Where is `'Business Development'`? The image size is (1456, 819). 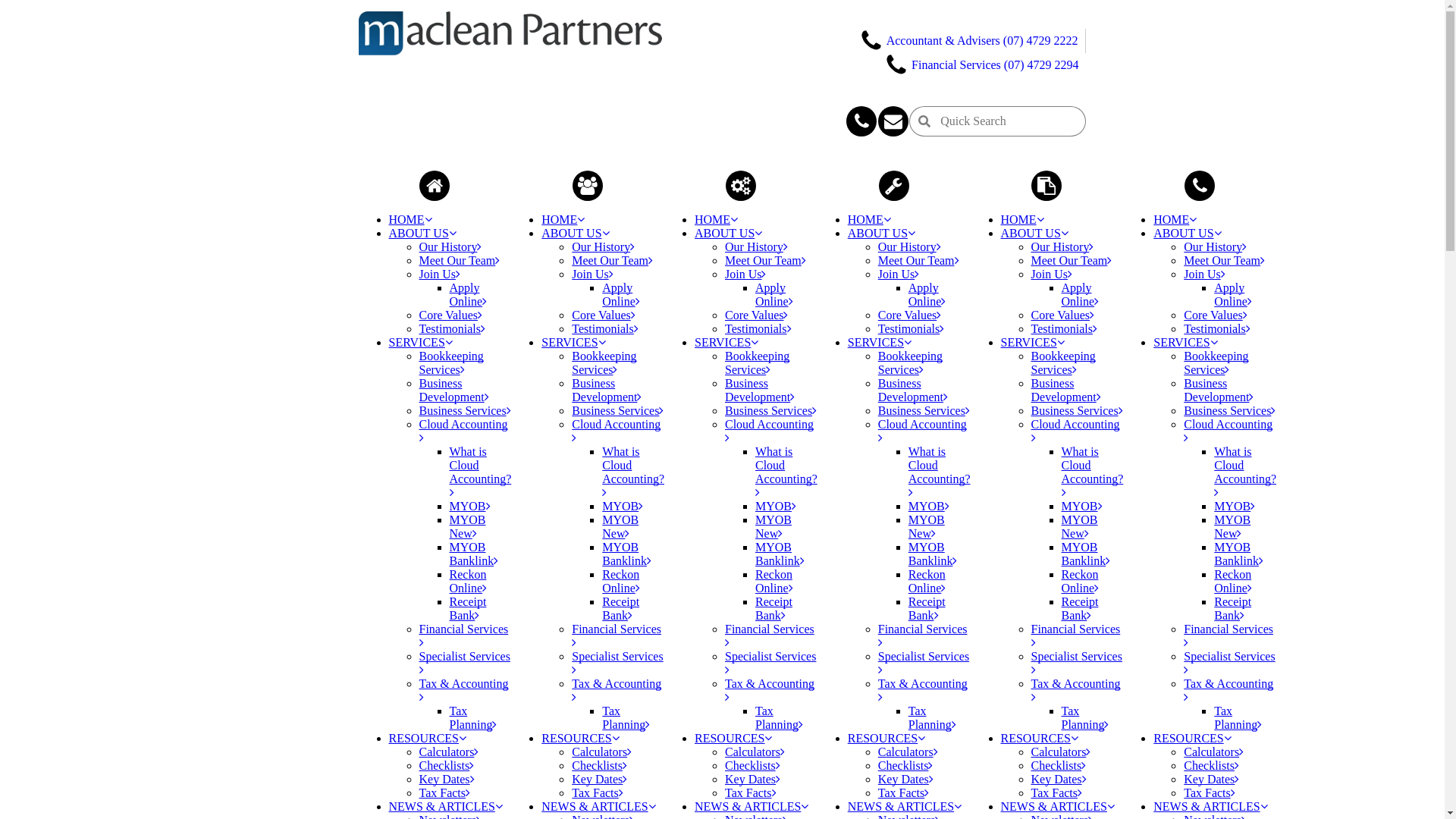 'Business Development' is located at coordinates (912, 389).